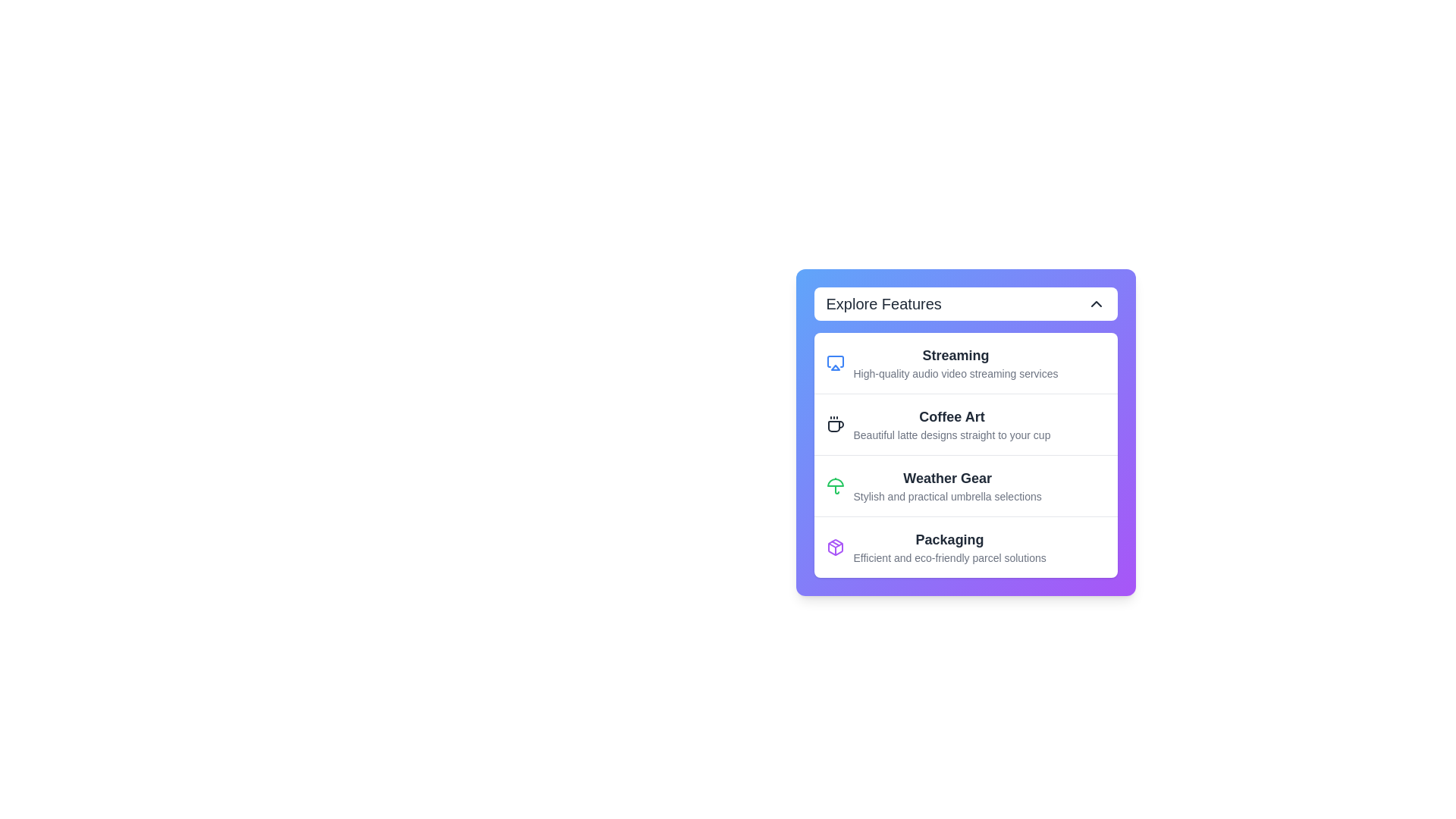  I want to click on the polygonal icon resembling a box, rendered in a purple tint, located next to the 'Packaging' text in the feature list, so click(834, 547).